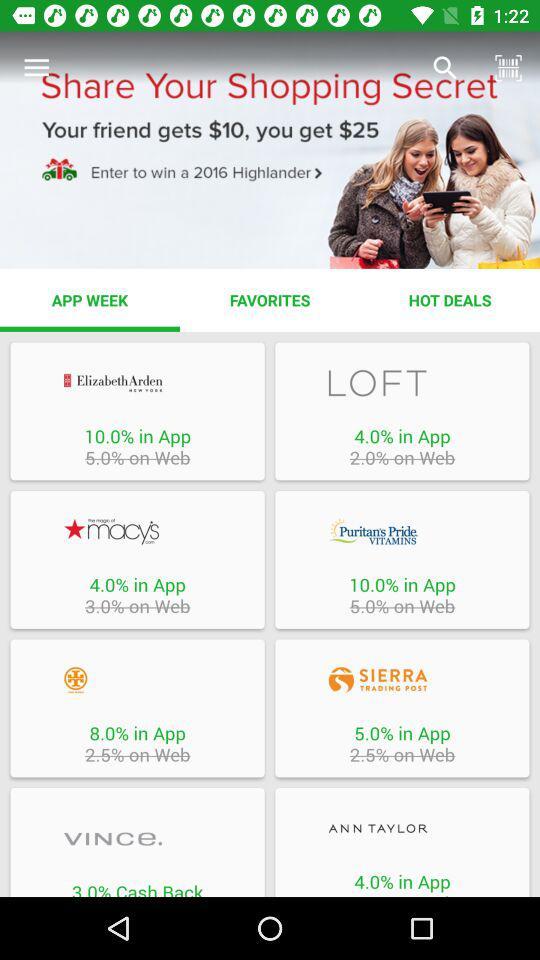 The height and width of the screenshot is (960, 540). What do you see at coordinates (402, 530) in the screenshot?
I see `log into company app` at bounding box center [402, 530].